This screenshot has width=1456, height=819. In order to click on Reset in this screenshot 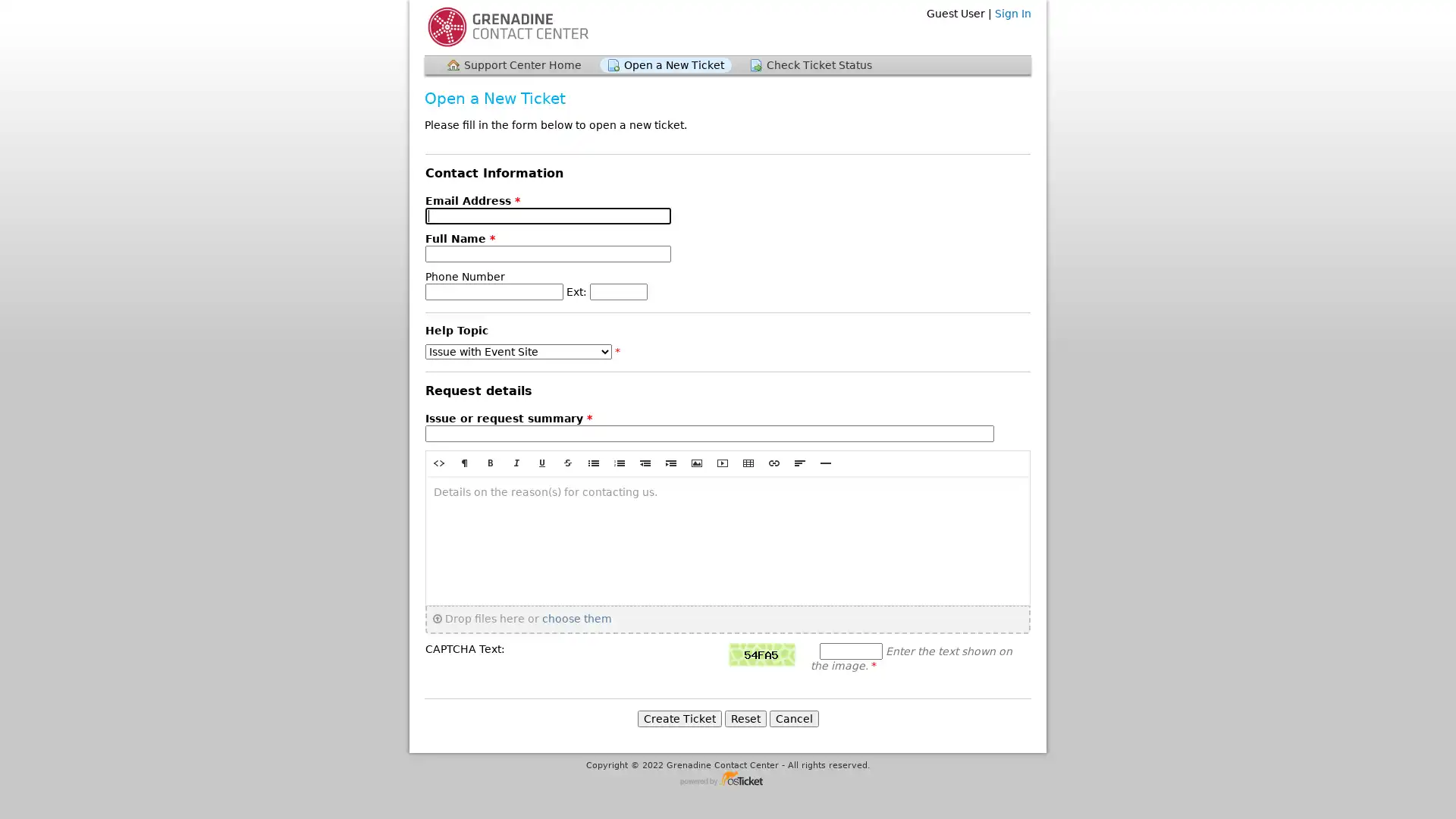, I will do `click(745, 717)`.